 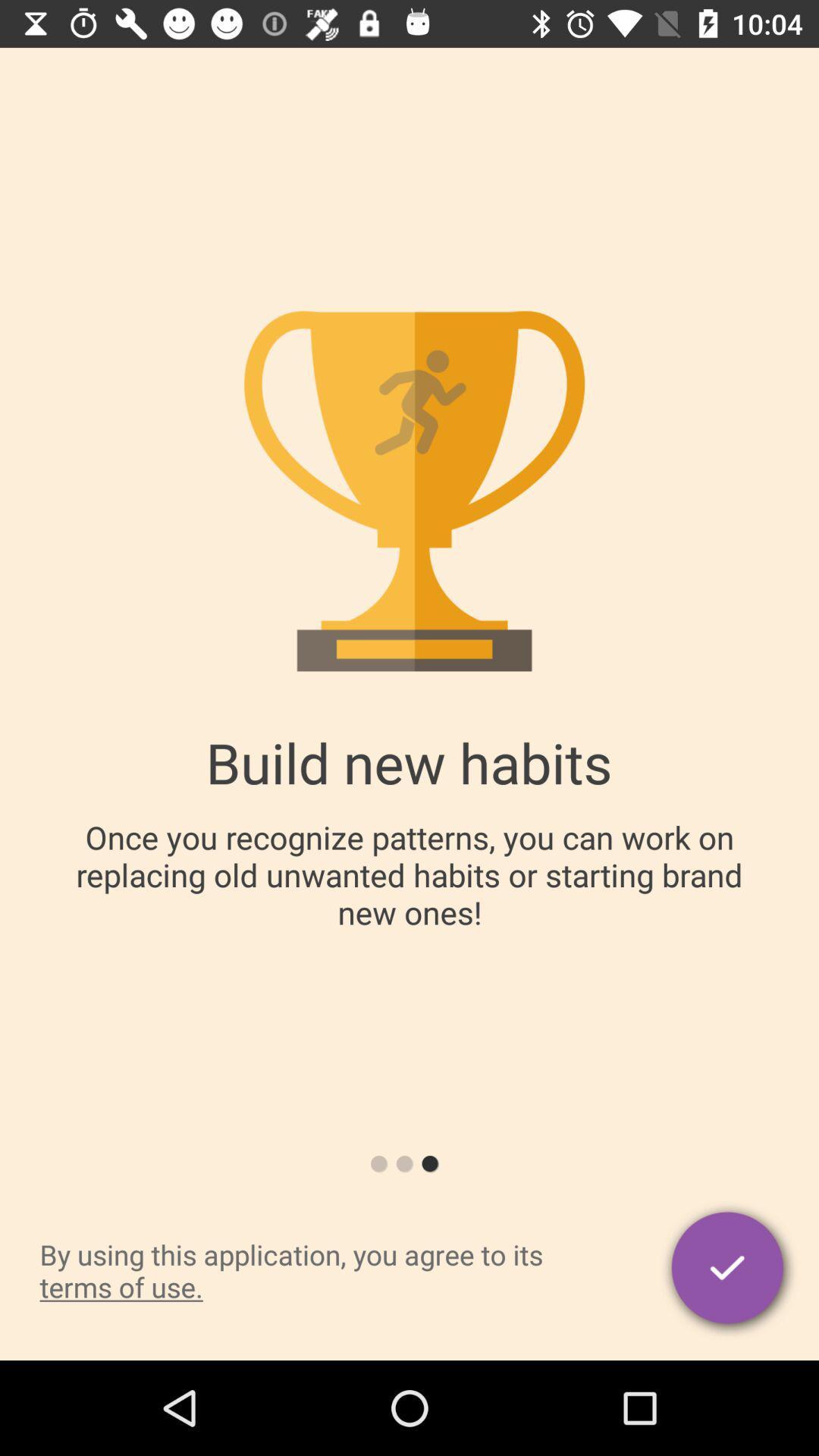 What do you see at coordinates (728, 1270) in the screenshot?
I see `the item to the right of by using this` at bounding box center [728, 1270].